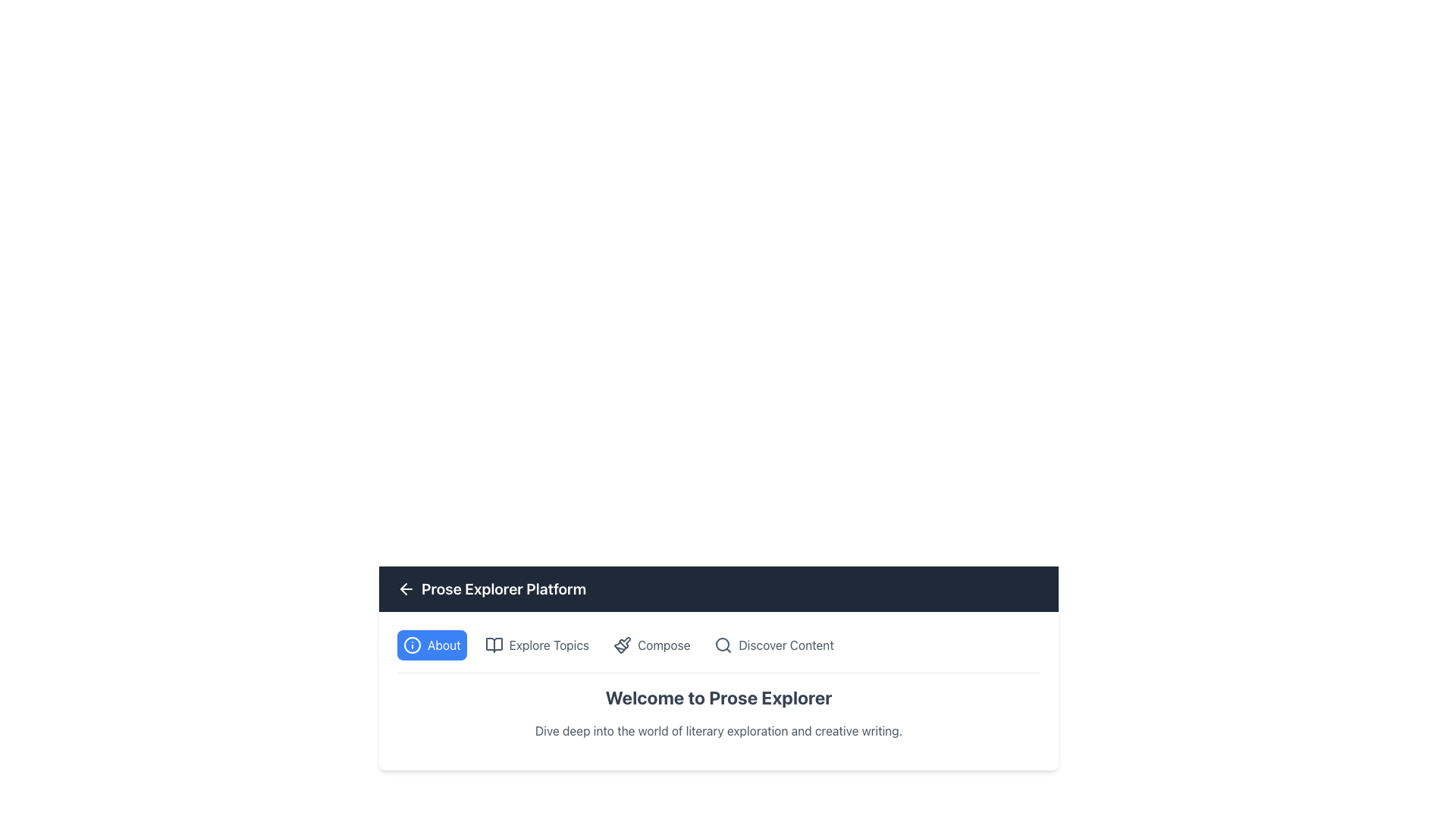 Image resolution: width=1456 pixels, height=819 pixels. What do you see at coordinates (723, 645) in the screenshot?
I see `the magnifying glass icon located to the left of the 'Discover Content' label in the navigation bar to initiate a search` at bounding box center [723, 645].